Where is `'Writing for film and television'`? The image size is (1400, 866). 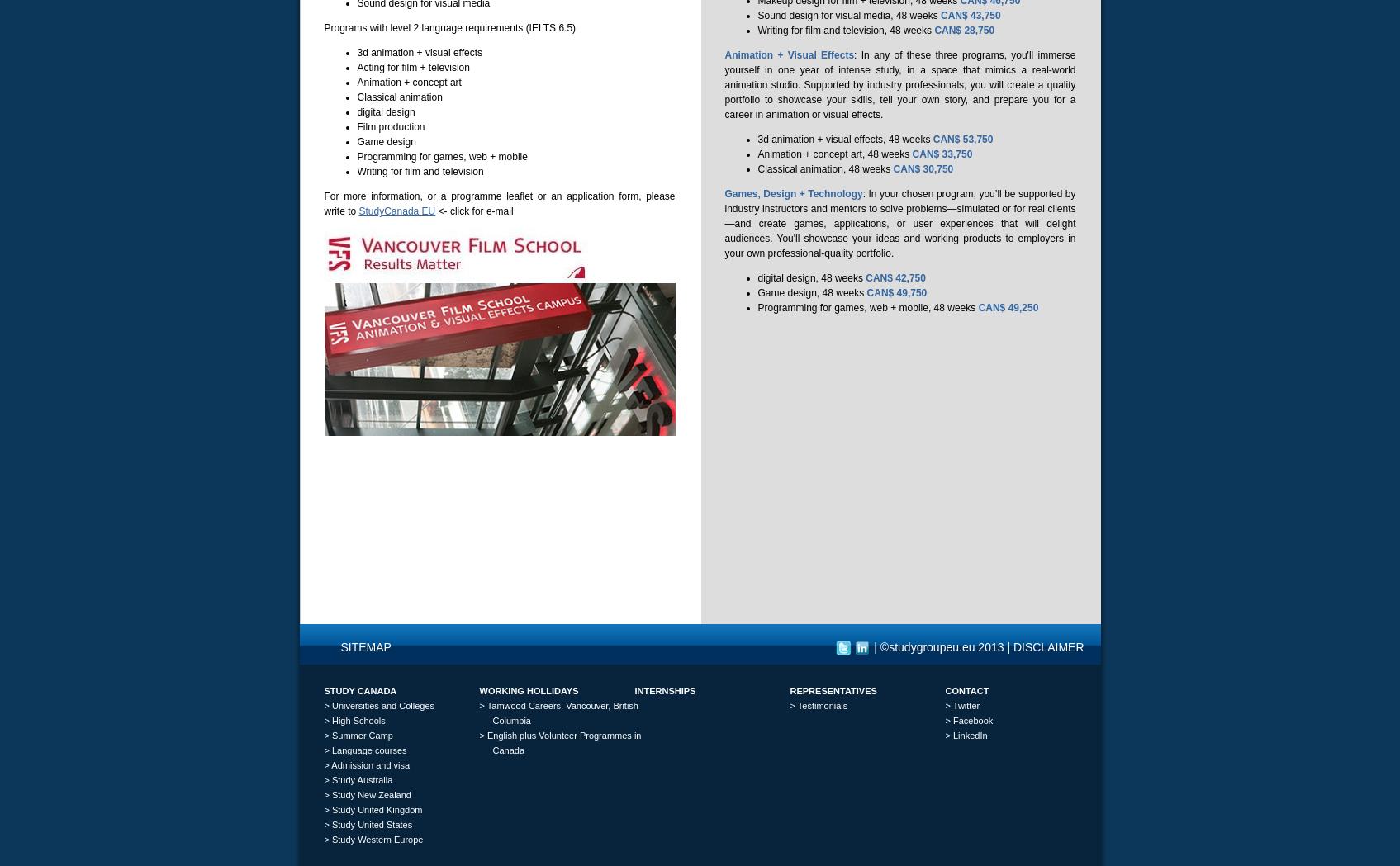
'Writing for film and television' is located at coordinates (419, 172).